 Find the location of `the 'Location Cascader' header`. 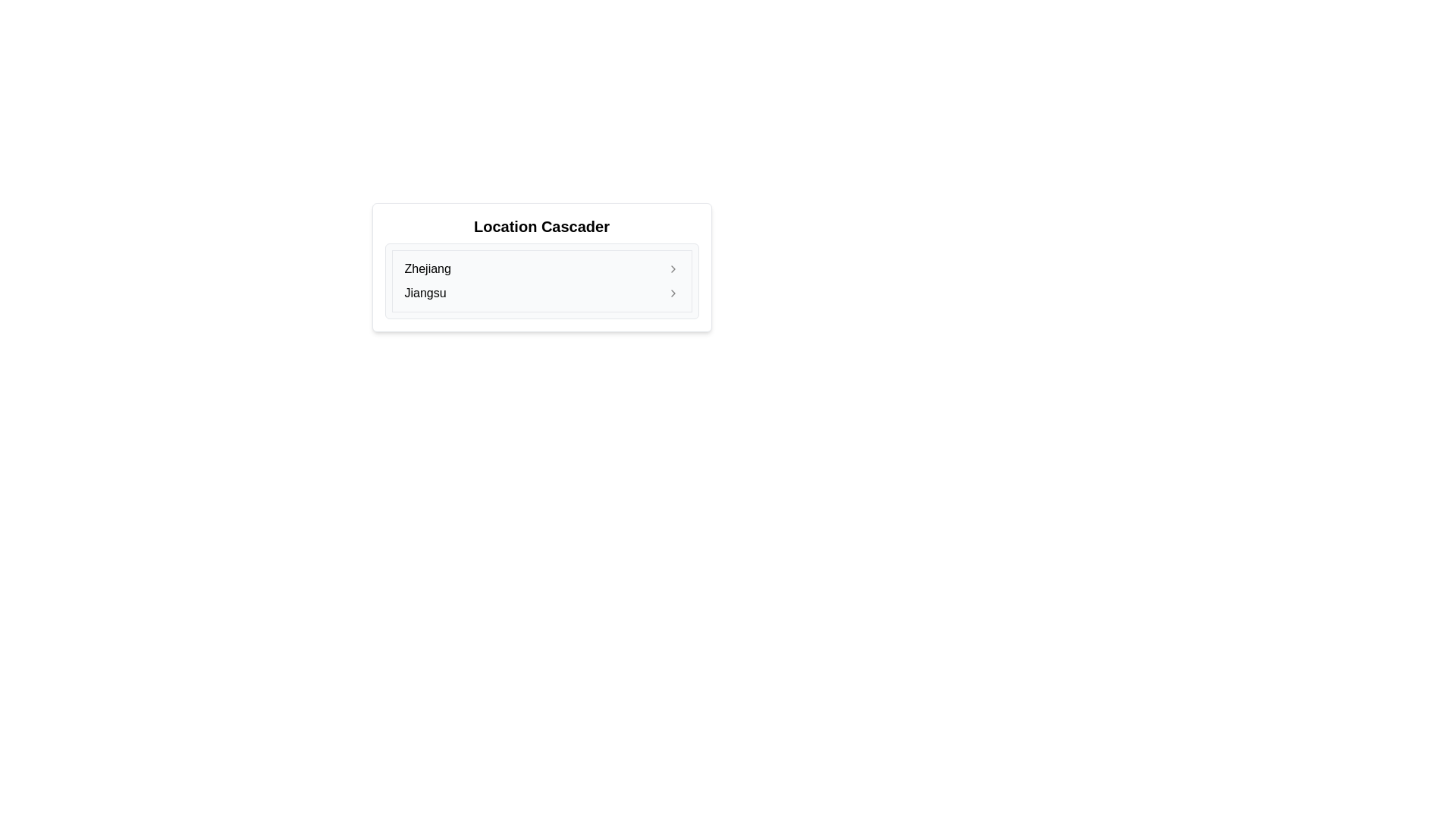

the 'Location Cascader' header is located at coordinates (541, 227).